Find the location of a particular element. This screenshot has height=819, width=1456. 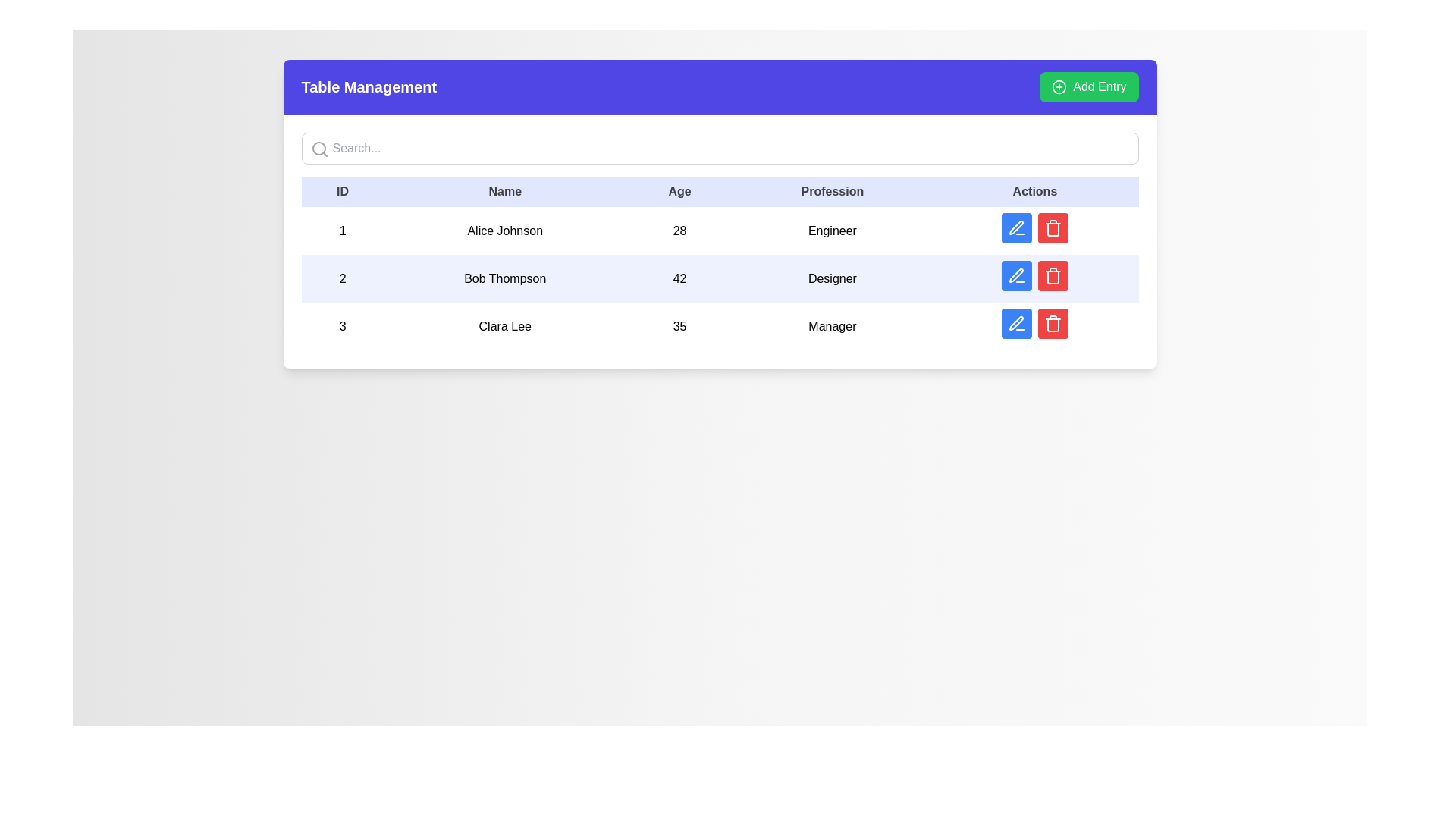

the text label displaying 'Clara Lee' in the 'Name' column of the third row in the table is located at coordinates (505, 325).